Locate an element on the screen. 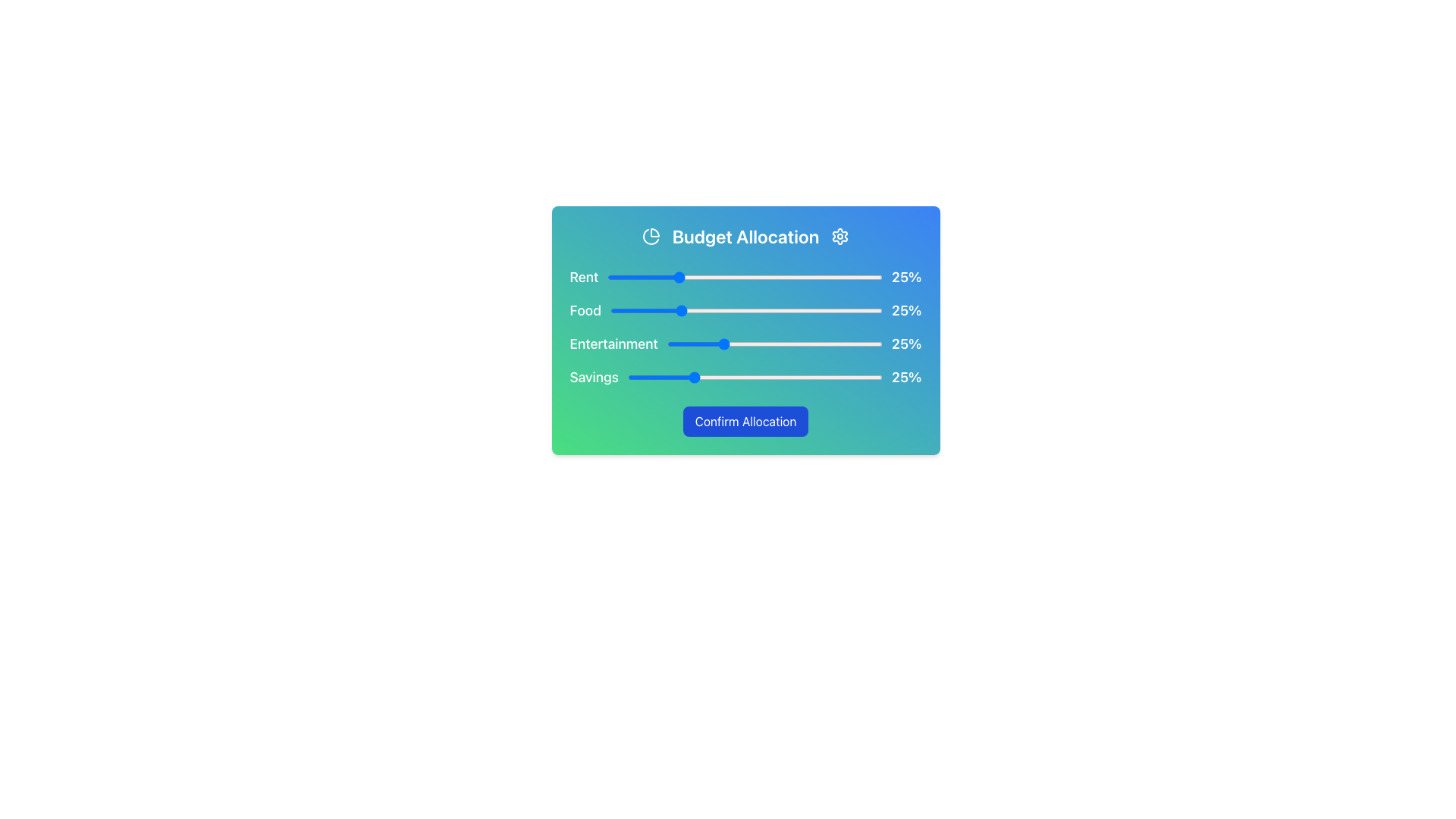  the budget allocation icon located in the upper left portion of the 'Budget Allocation' section is located at coordinates (651, 237).